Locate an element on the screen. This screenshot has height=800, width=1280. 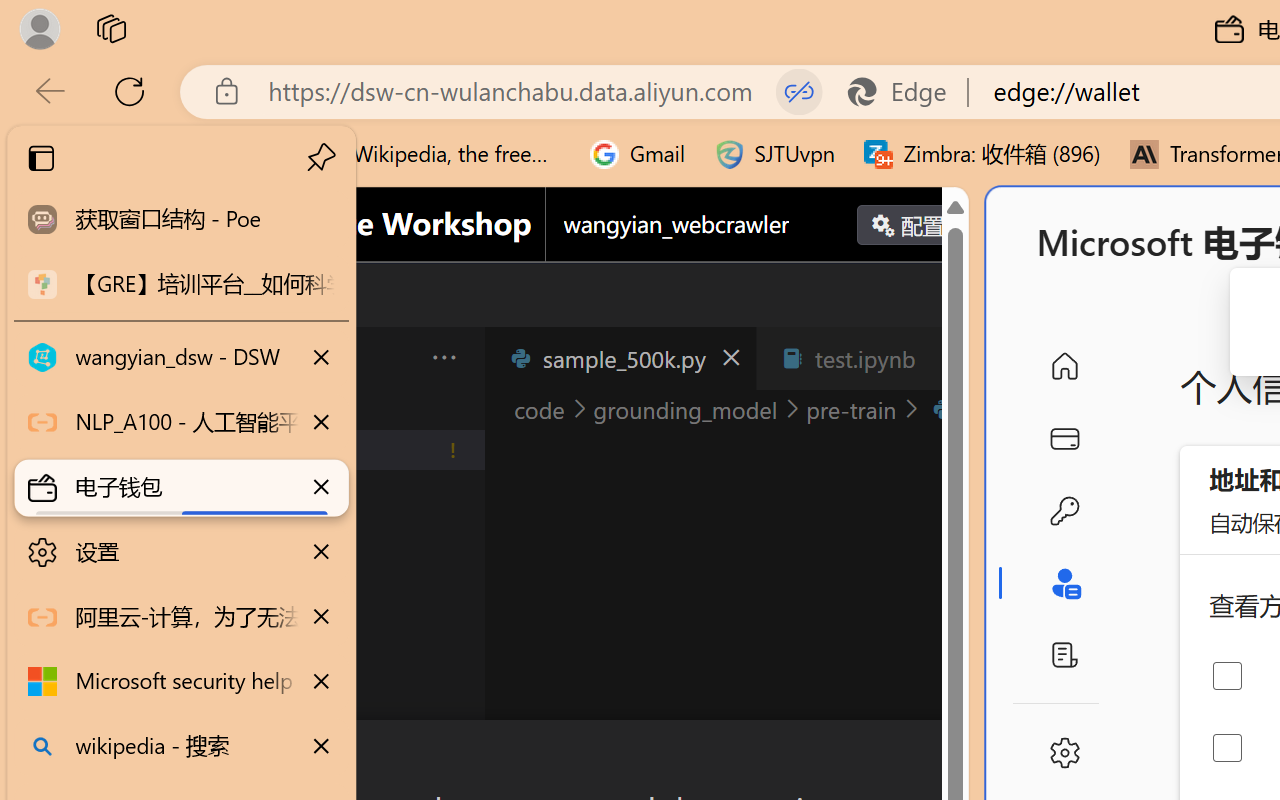
'test.ipynb' is located at coordinates (864, 358).